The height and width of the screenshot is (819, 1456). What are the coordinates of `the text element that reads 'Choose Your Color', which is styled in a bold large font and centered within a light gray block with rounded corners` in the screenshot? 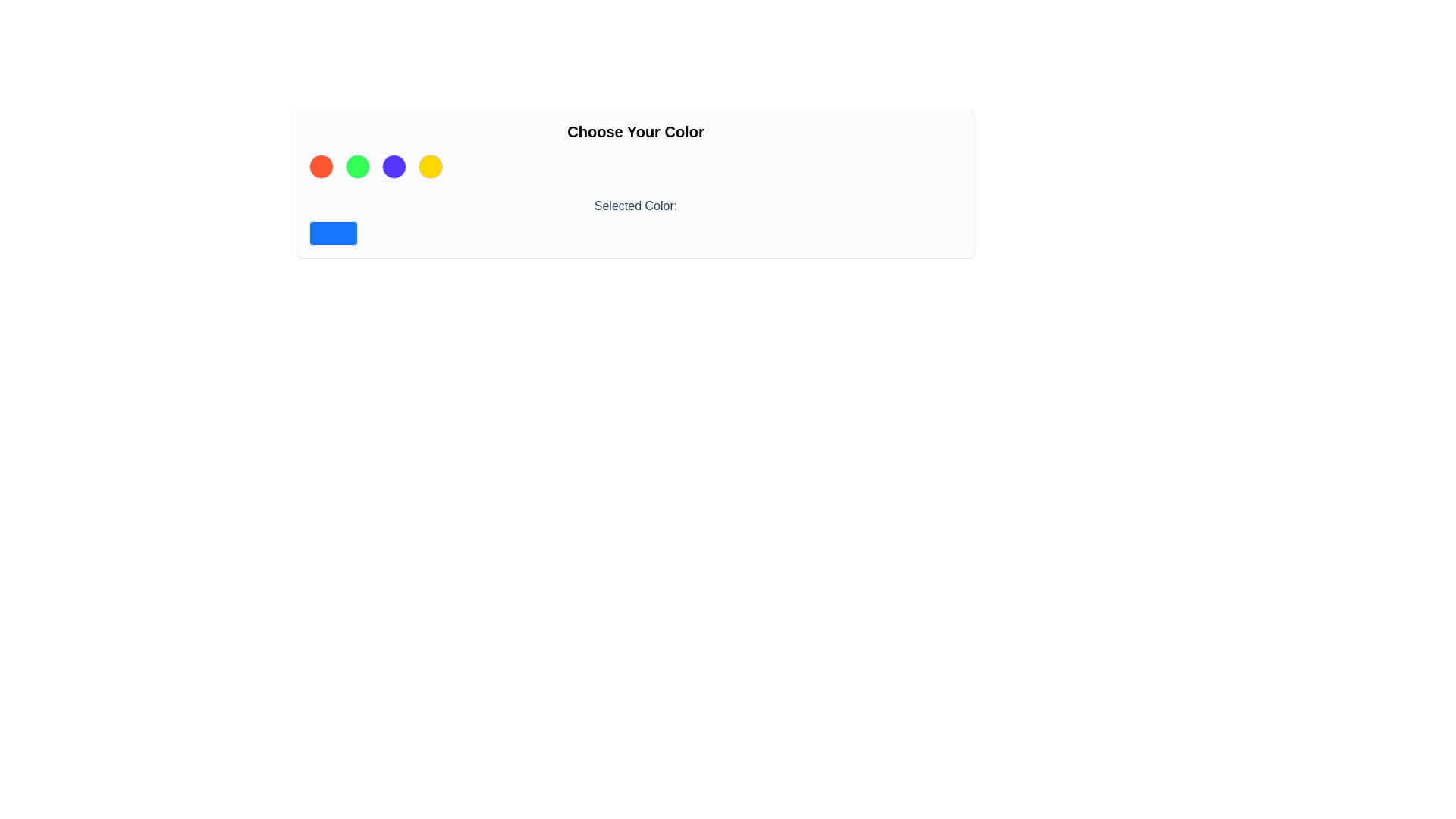 It's located at (635, 130).